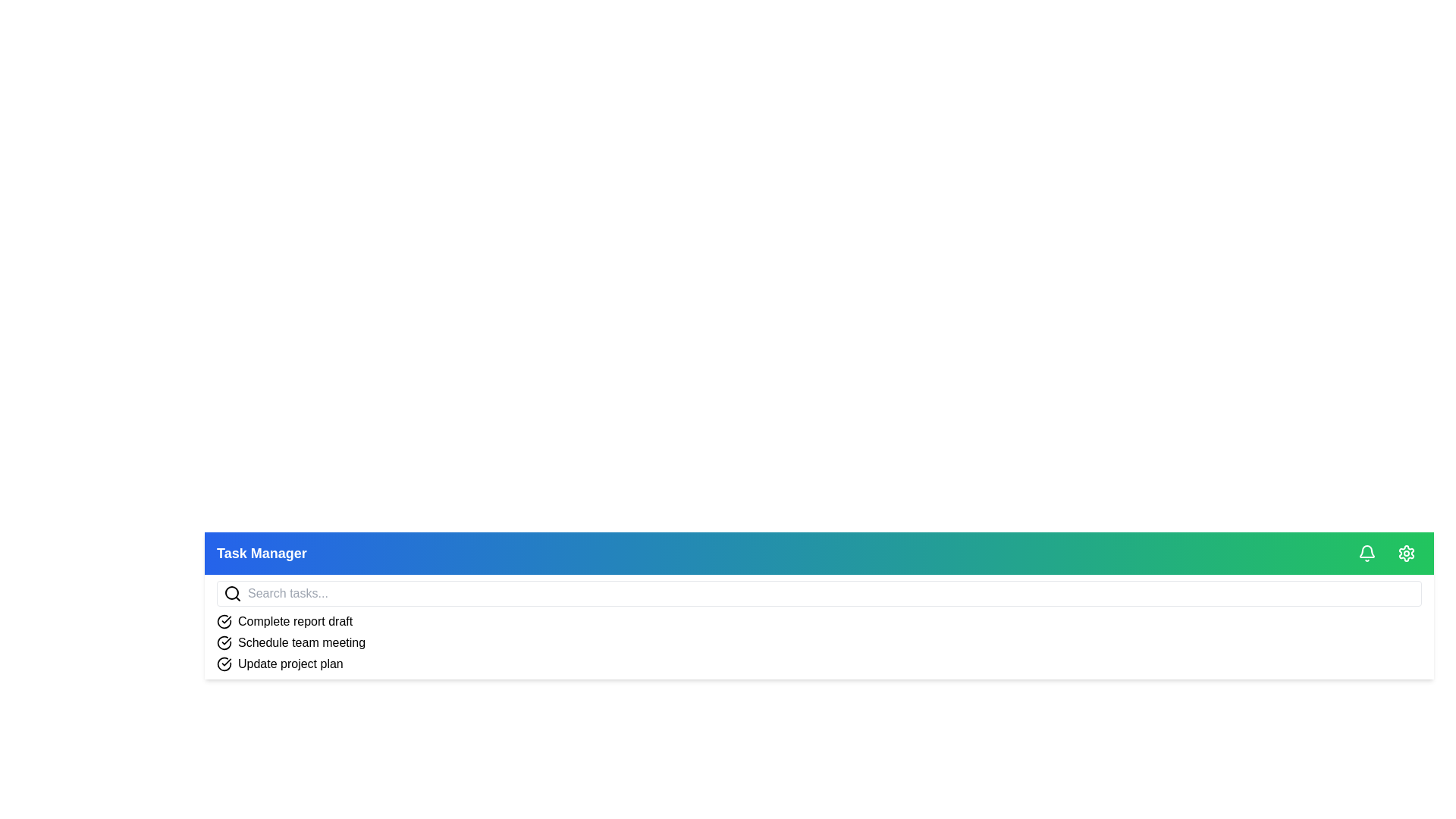 The height and width of the screenshot is (819, 1456). Describe the element at coordinates (827, 593) in the screenshot. I see `the search bar and type the query 'example query'` at that location.